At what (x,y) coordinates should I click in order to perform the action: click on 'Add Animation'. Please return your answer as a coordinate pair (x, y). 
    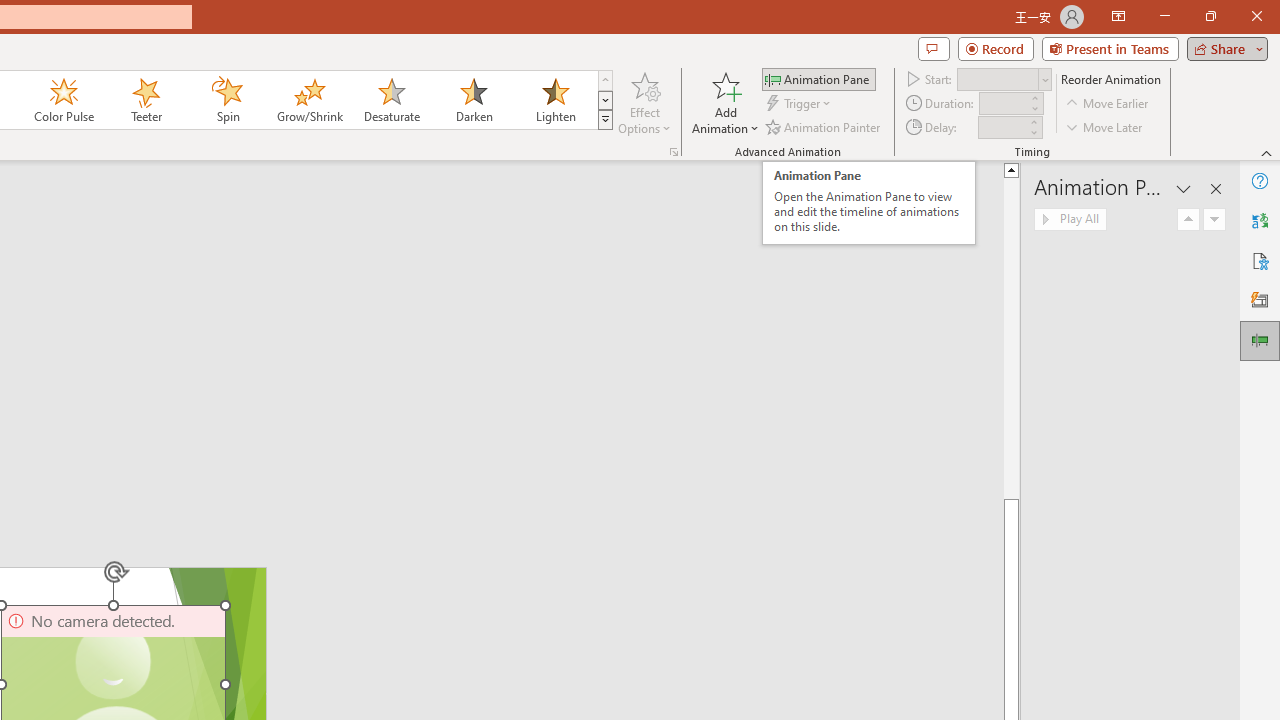
    Looking at the image, I should click on (724, 103).